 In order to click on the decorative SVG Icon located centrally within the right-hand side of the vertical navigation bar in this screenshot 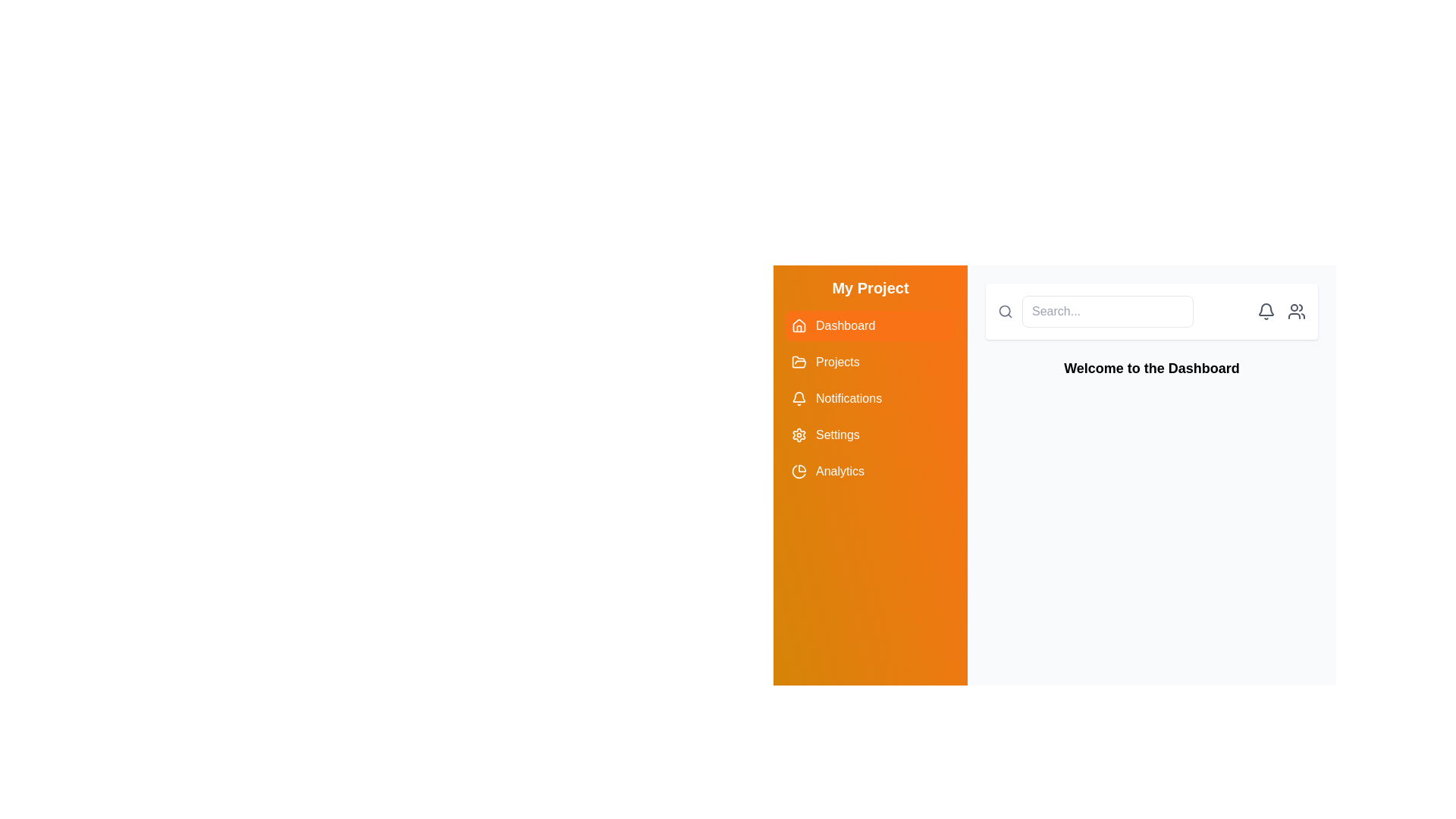, I will do `click(799, 362)`.